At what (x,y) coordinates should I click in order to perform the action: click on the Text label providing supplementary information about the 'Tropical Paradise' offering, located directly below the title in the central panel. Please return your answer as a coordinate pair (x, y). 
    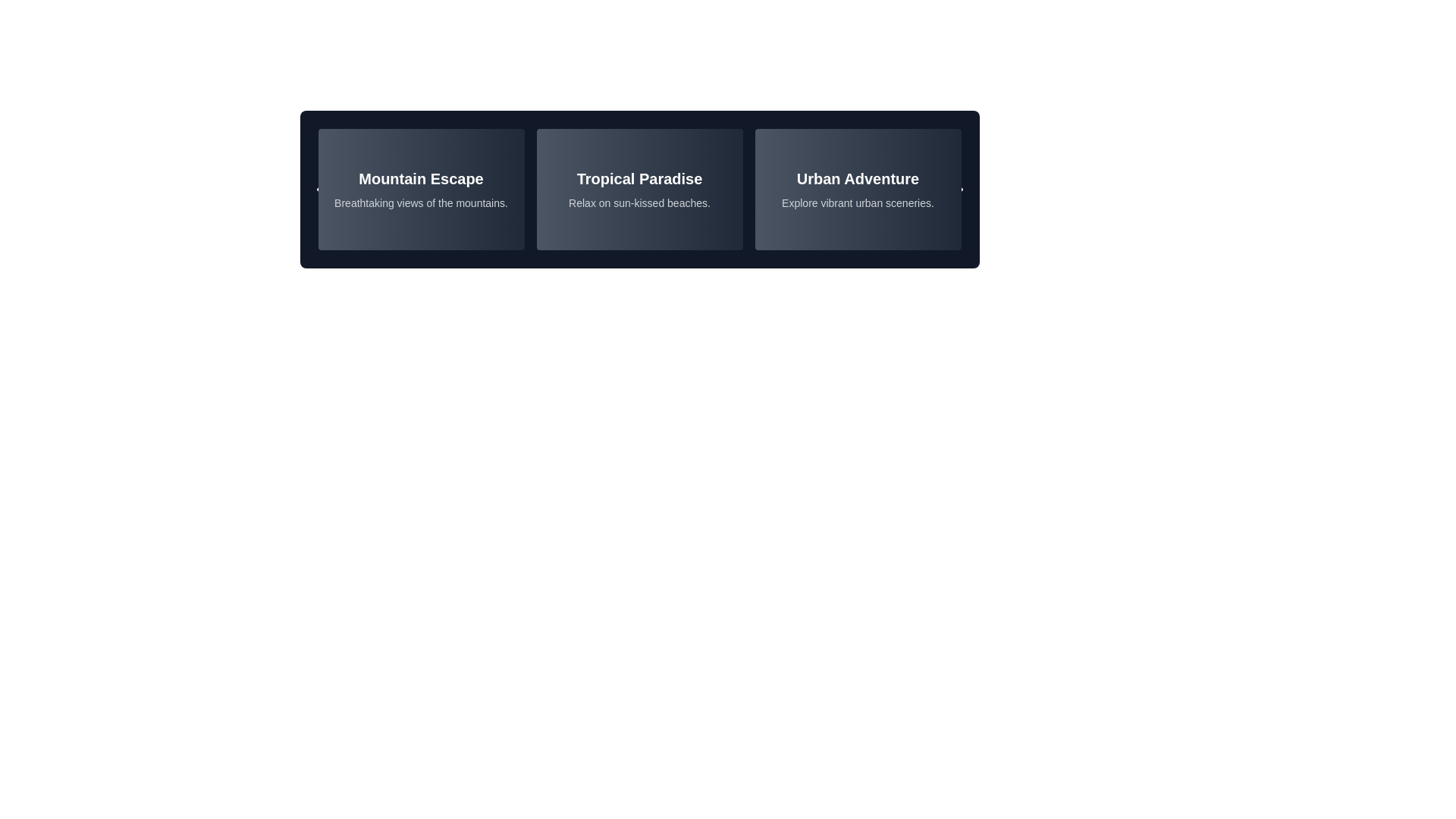
    Looking at the image, I should click on (639, 202).